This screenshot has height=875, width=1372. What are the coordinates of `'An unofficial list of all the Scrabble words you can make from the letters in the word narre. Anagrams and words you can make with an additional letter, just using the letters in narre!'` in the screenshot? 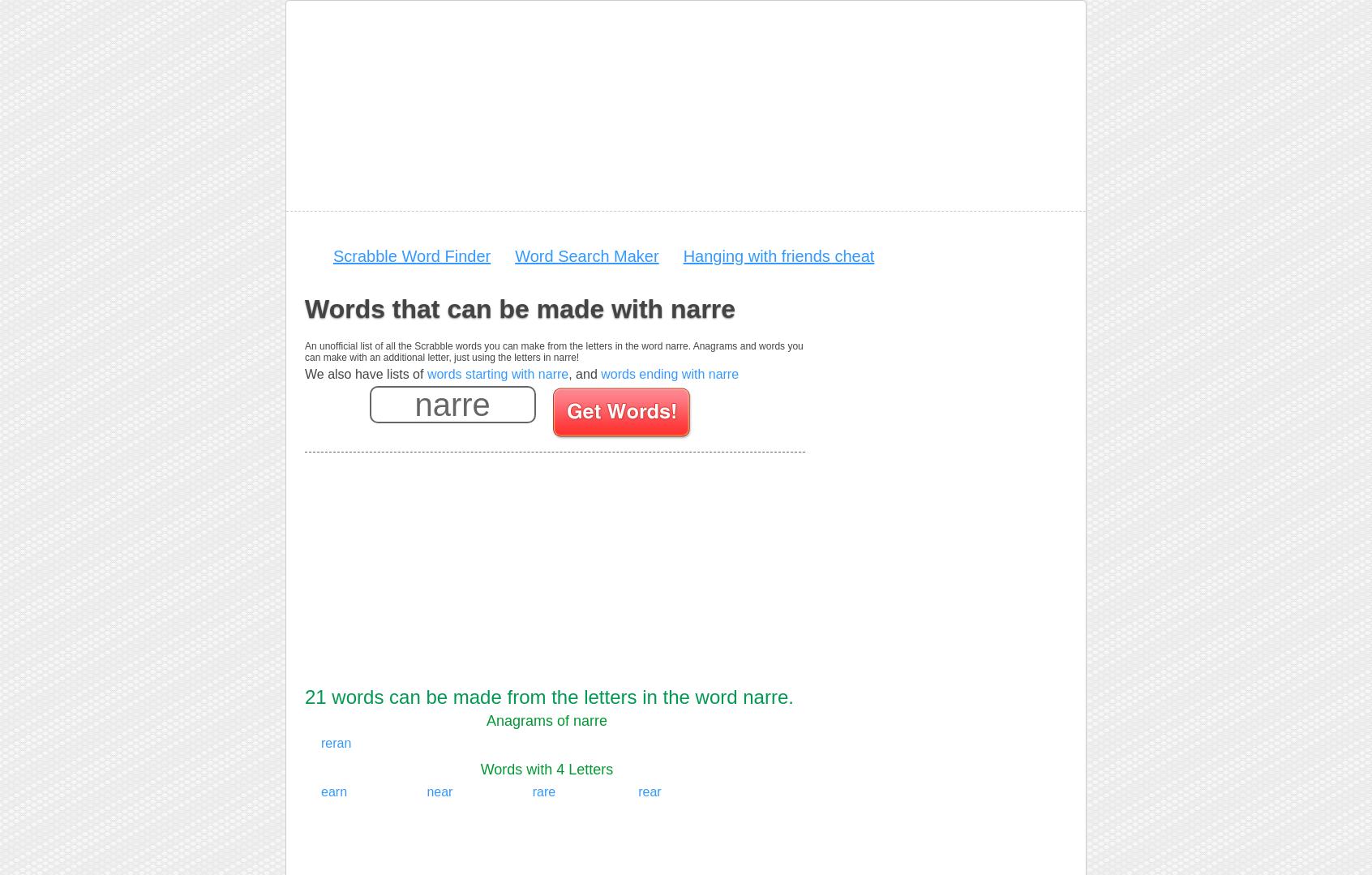 It's located at (554, 351).